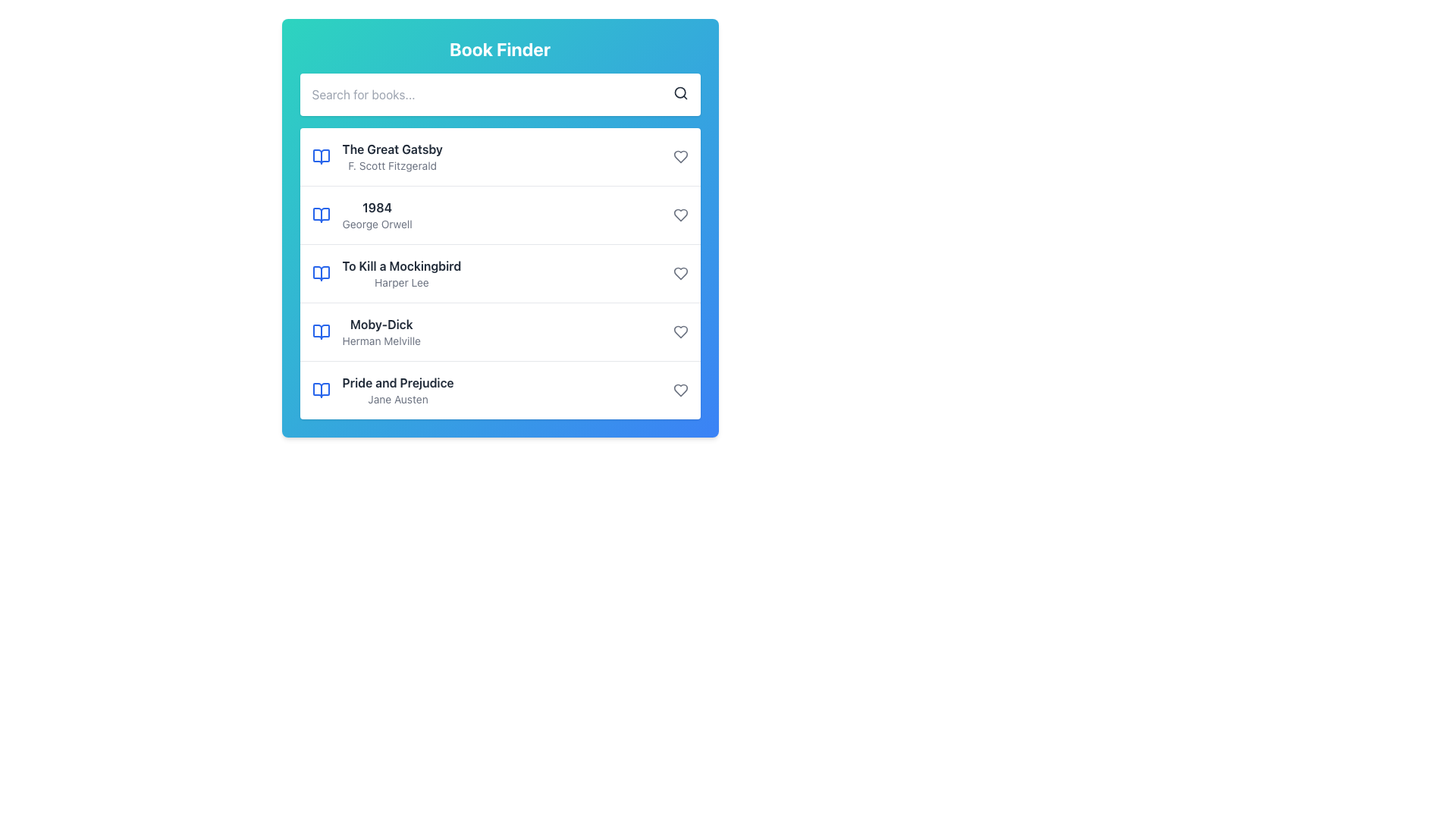 The width and height of the screenshot is (1456, 819). What do you see at coordinates (392, 149) in the screenshot?
I see `the text label displaying the title 'The Great Gatsby', which is the first entry in a list of book titles, positioned near the top and to the right of a small blue book icon` at bounding box center [392, 149].